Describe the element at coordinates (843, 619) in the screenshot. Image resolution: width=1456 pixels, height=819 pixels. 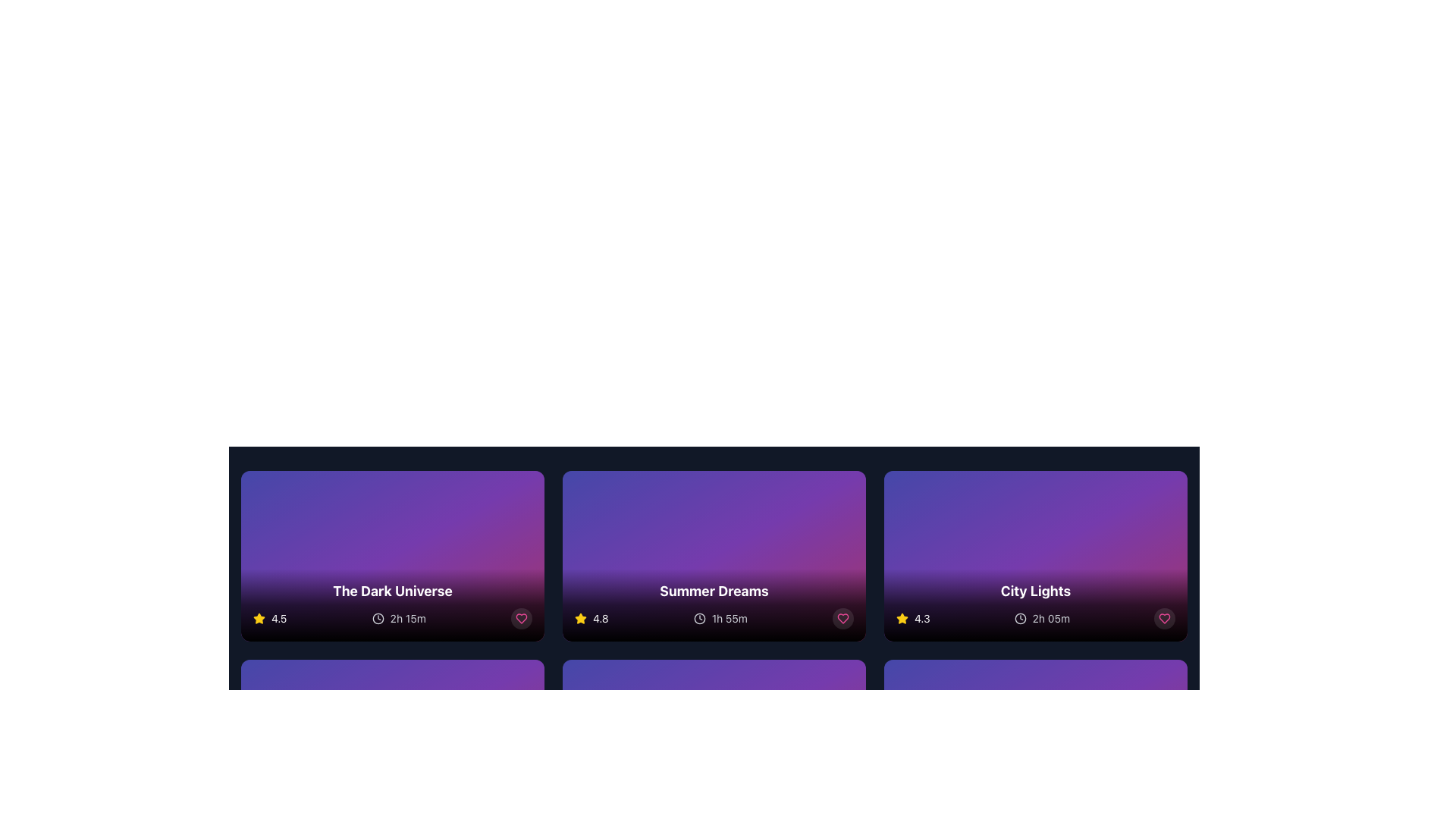
I see `the heart-shaped icon outlined in pink, located at the bottom-right corner of the 'Summer Dreams' card, to mark the item as favorite` at that location.